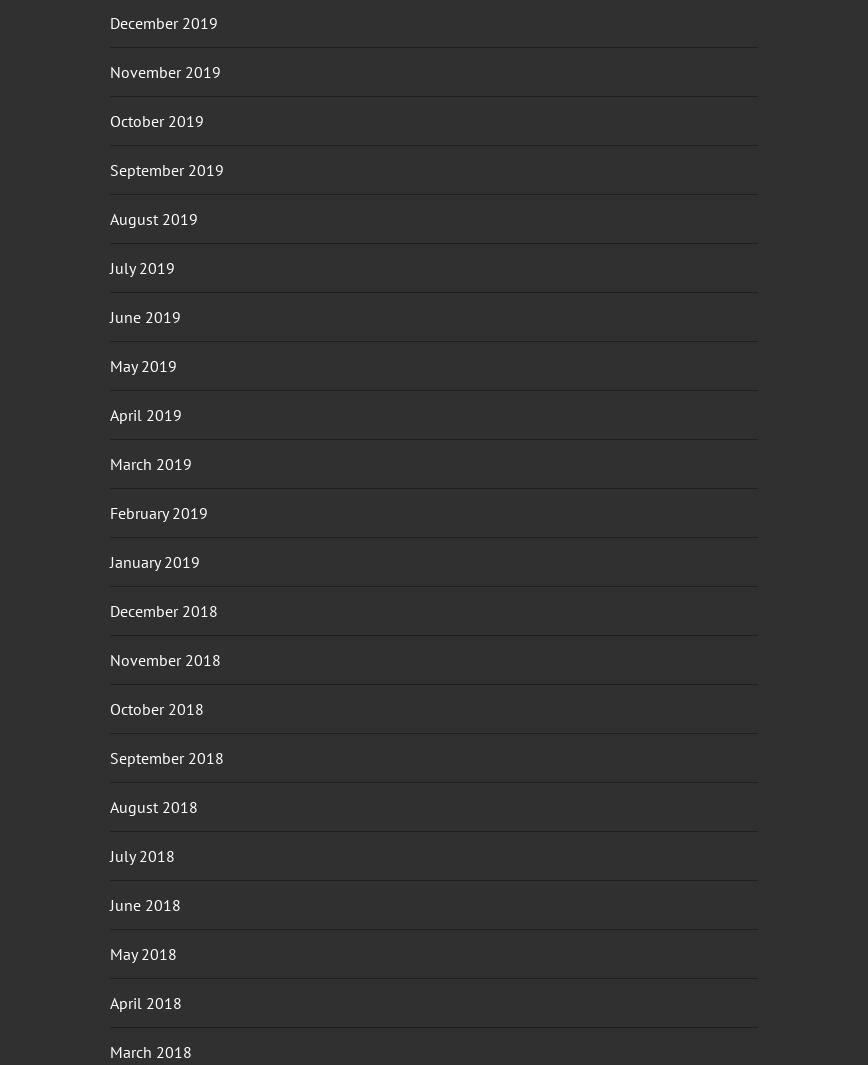  What do you see at coordinates (109, 511) in the screenshot?
I see `'February 2019'` at bounding box center [109, 511].